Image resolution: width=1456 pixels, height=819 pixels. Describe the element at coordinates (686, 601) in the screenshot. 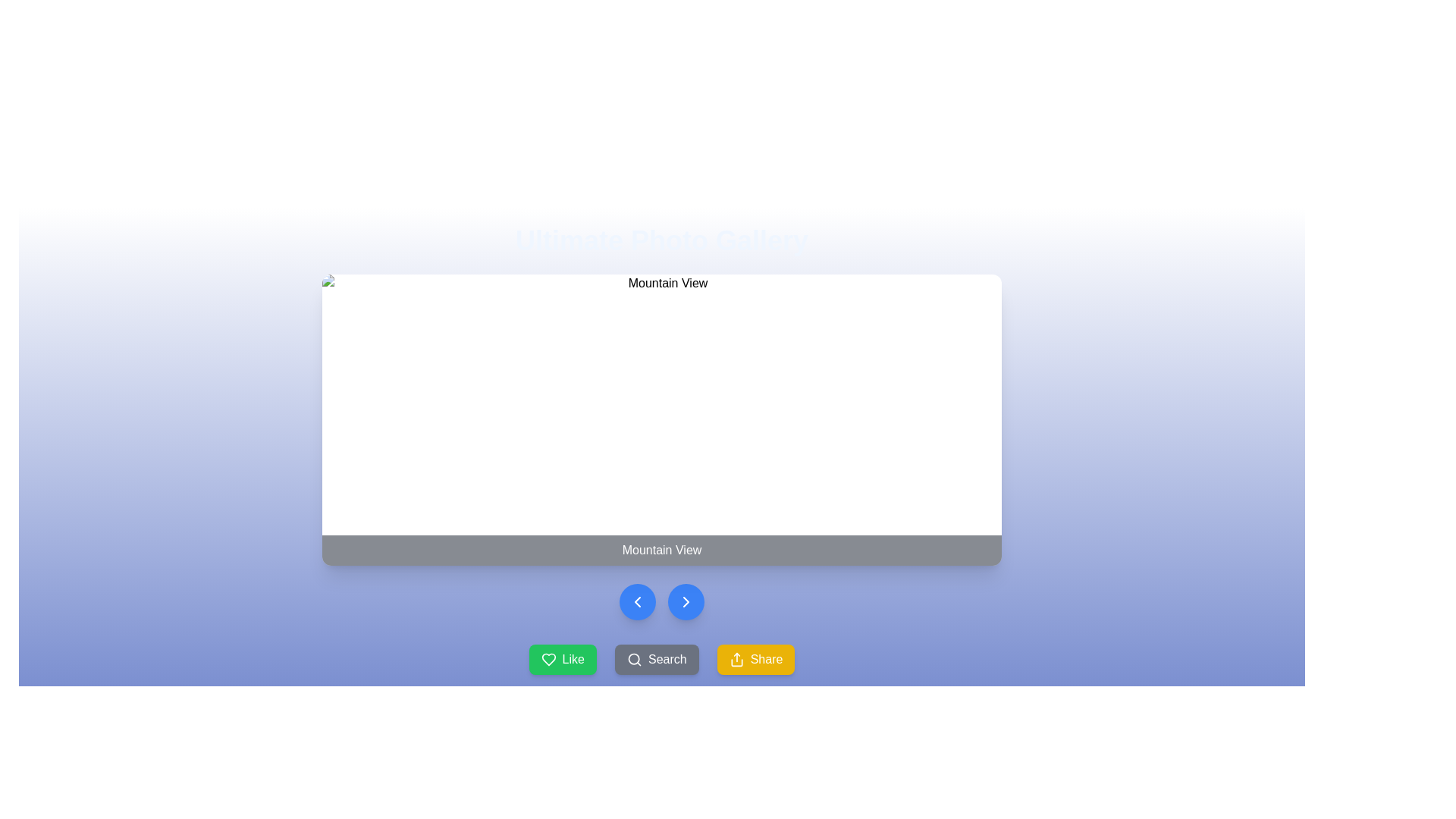

I see `the rightward-facing arrow icon, which serves as a navigation control to move to the next item or section in the sequence` at that location.